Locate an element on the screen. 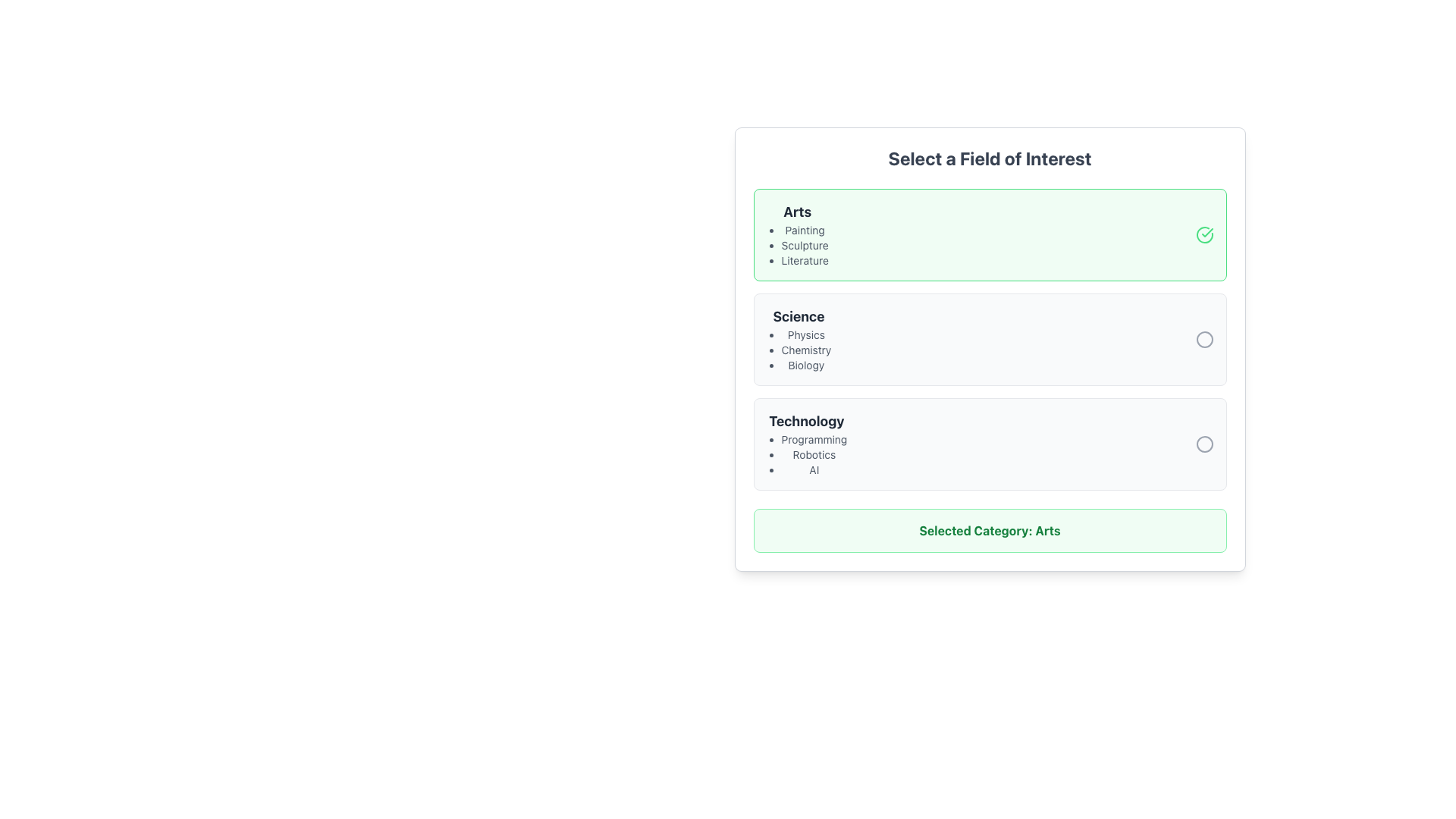 This screenshot has height=819, width=1456. text label displaying 'Chemistry' which is the second item in the bulleted list under the 'Science' section is located at coordinates (805, 350).